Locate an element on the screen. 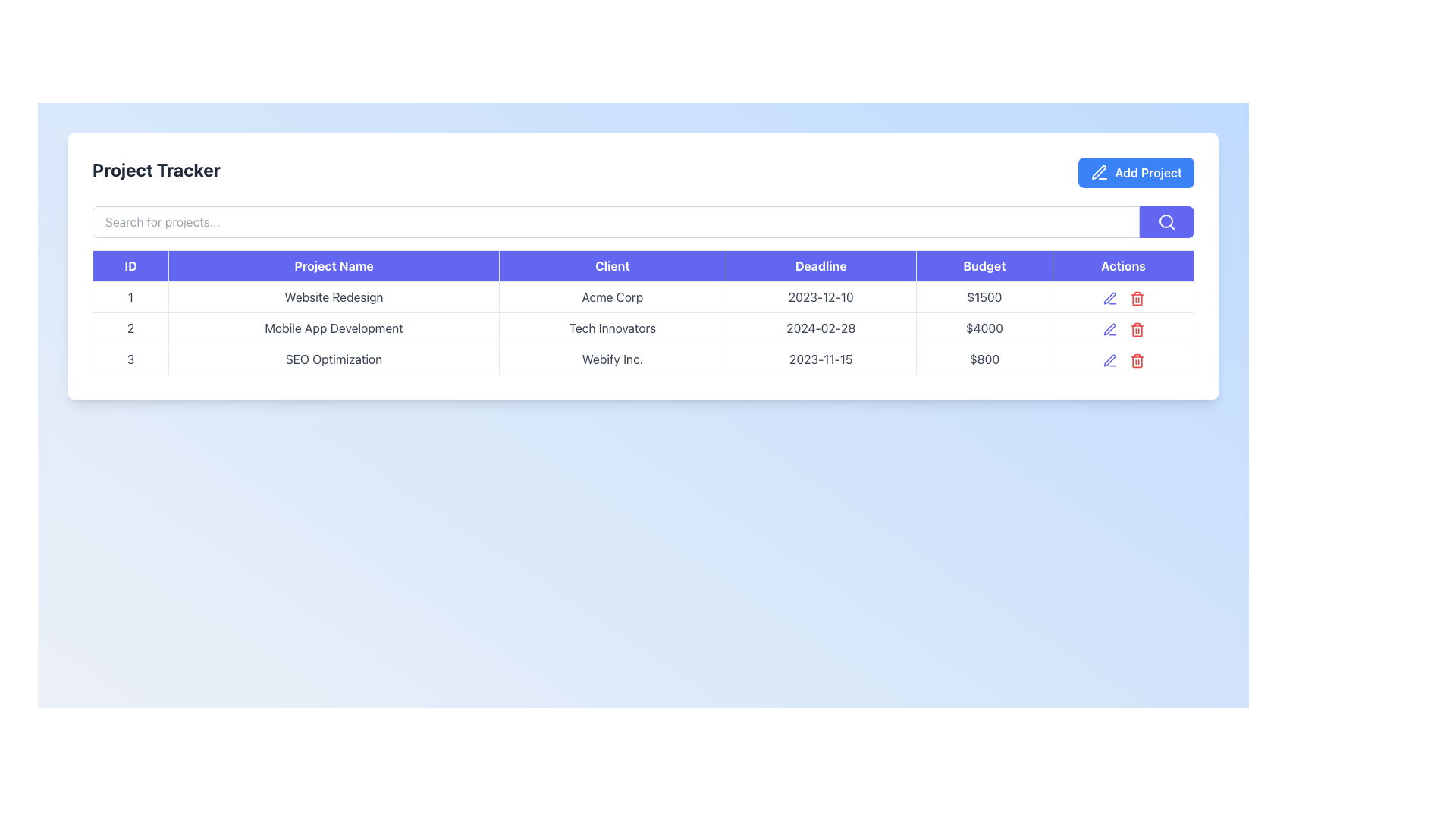 Image resolution: width=1456 pixels, height=819 pixels. the values in the table row for the project 'Website Redesign' is located at coordinates (643, 297).